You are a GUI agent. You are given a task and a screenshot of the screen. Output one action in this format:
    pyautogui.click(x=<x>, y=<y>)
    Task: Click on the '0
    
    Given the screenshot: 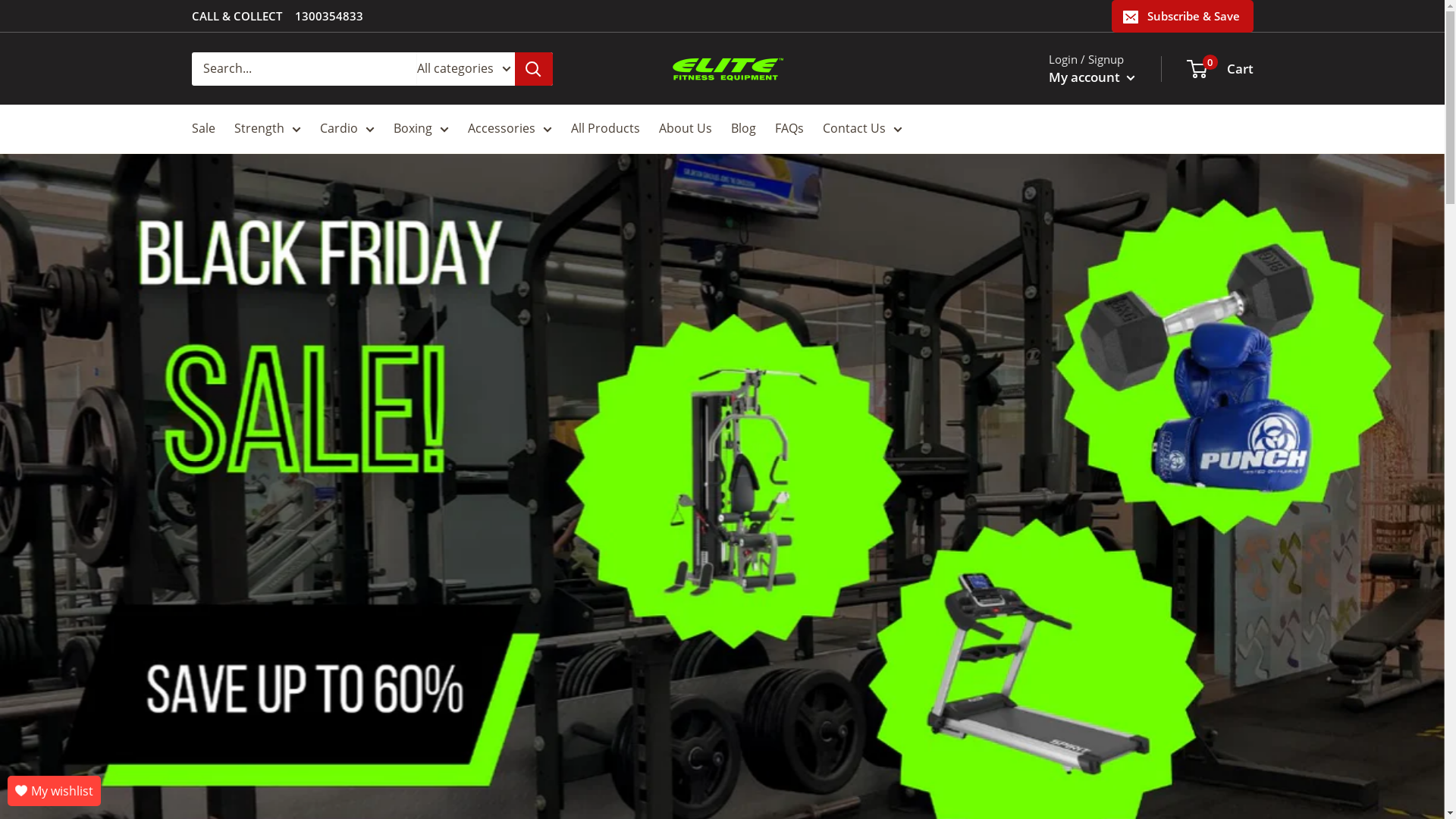 What is the action you would take?
    pyautogui.click(x=1219, y=69)
    